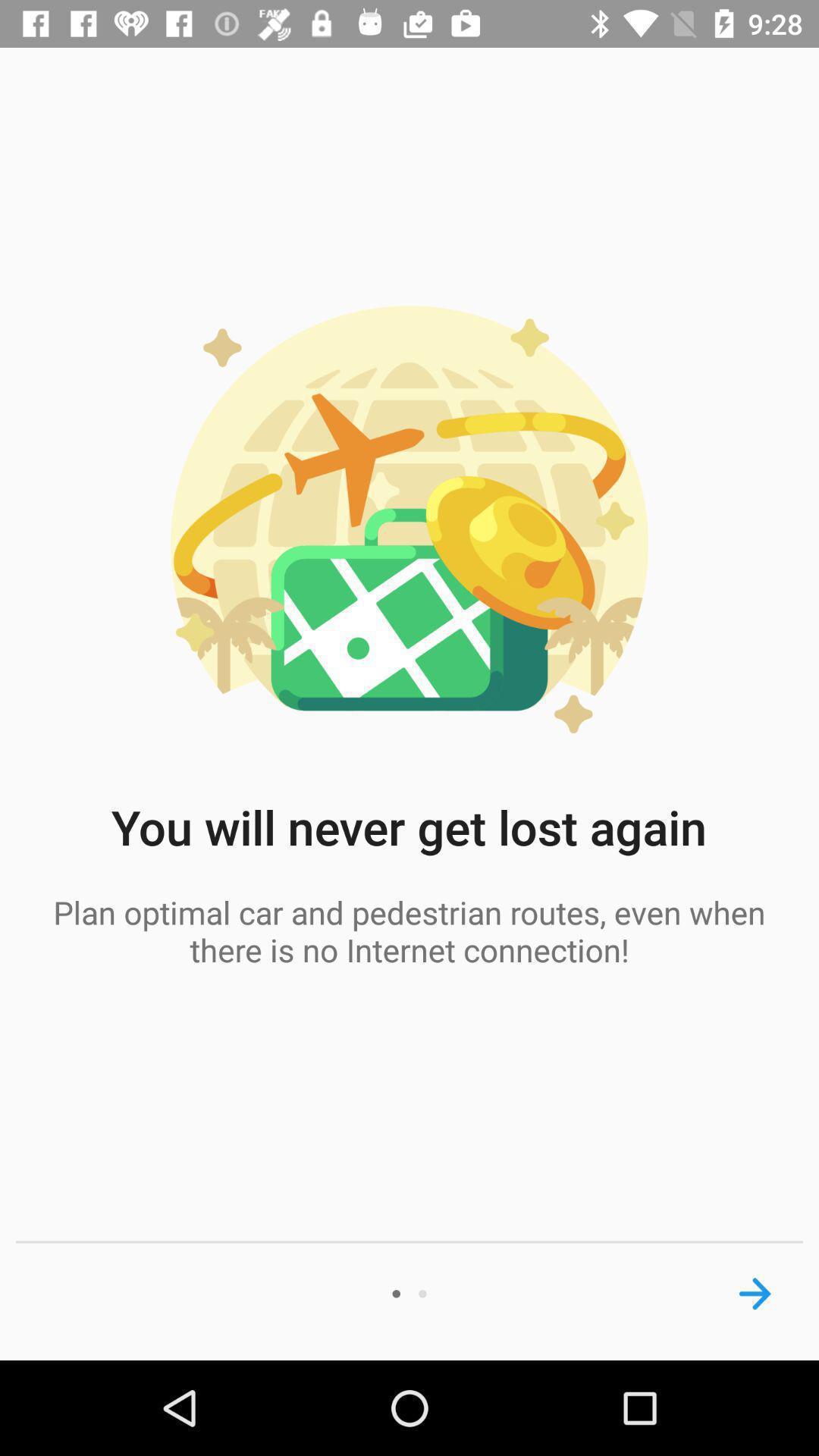  Describe the element at coordinates (755, 1293) in the screenshot. I see `next button on an app` at that location.